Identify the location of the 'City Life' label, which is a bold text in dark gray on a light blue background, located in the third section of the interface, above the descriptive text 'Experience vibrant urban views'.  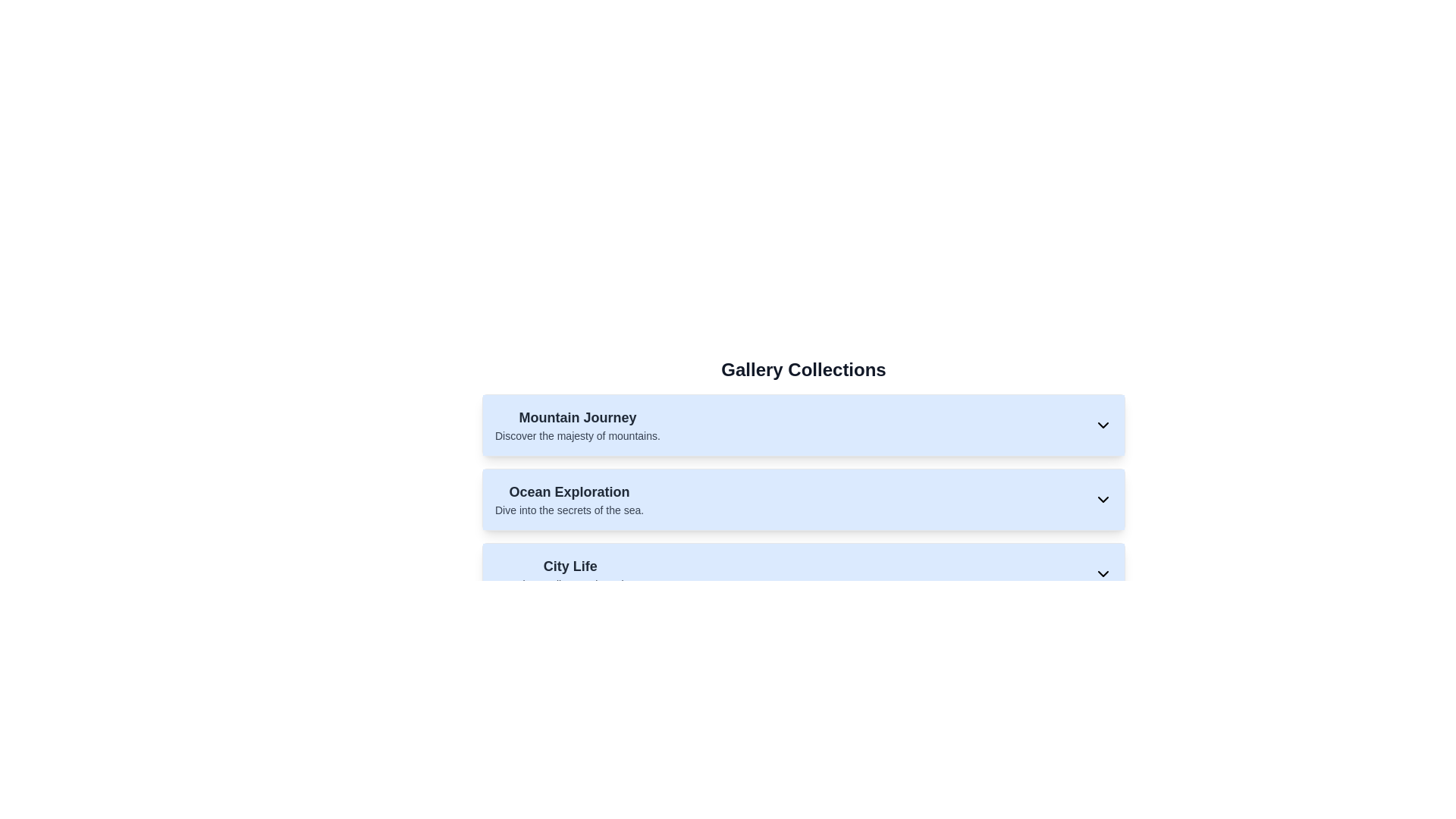
(570, 566).